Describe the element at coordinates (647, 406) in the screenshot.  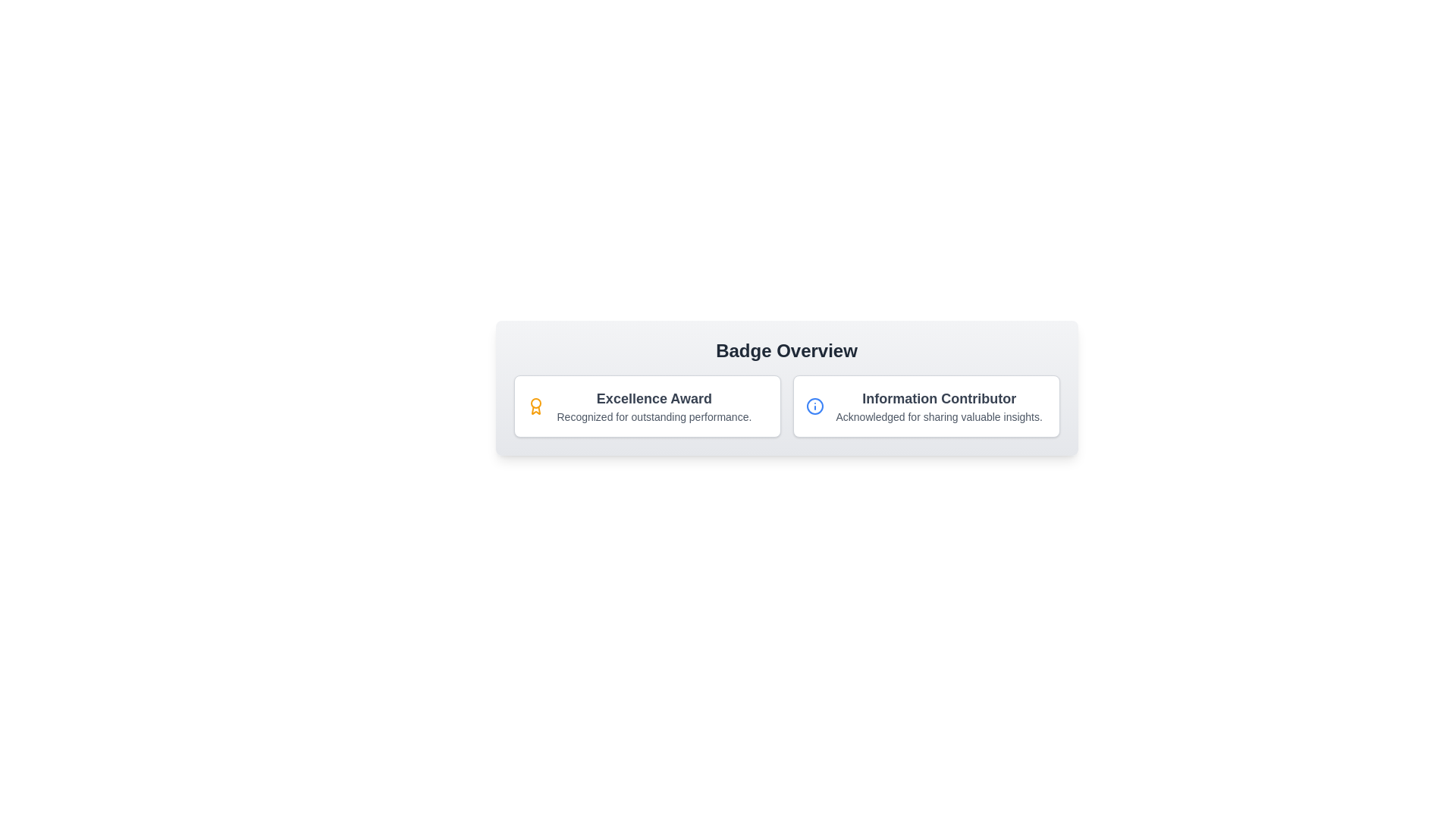
I see `the first badge display element, which shows an award-related badge with a brief title and description` at that location.